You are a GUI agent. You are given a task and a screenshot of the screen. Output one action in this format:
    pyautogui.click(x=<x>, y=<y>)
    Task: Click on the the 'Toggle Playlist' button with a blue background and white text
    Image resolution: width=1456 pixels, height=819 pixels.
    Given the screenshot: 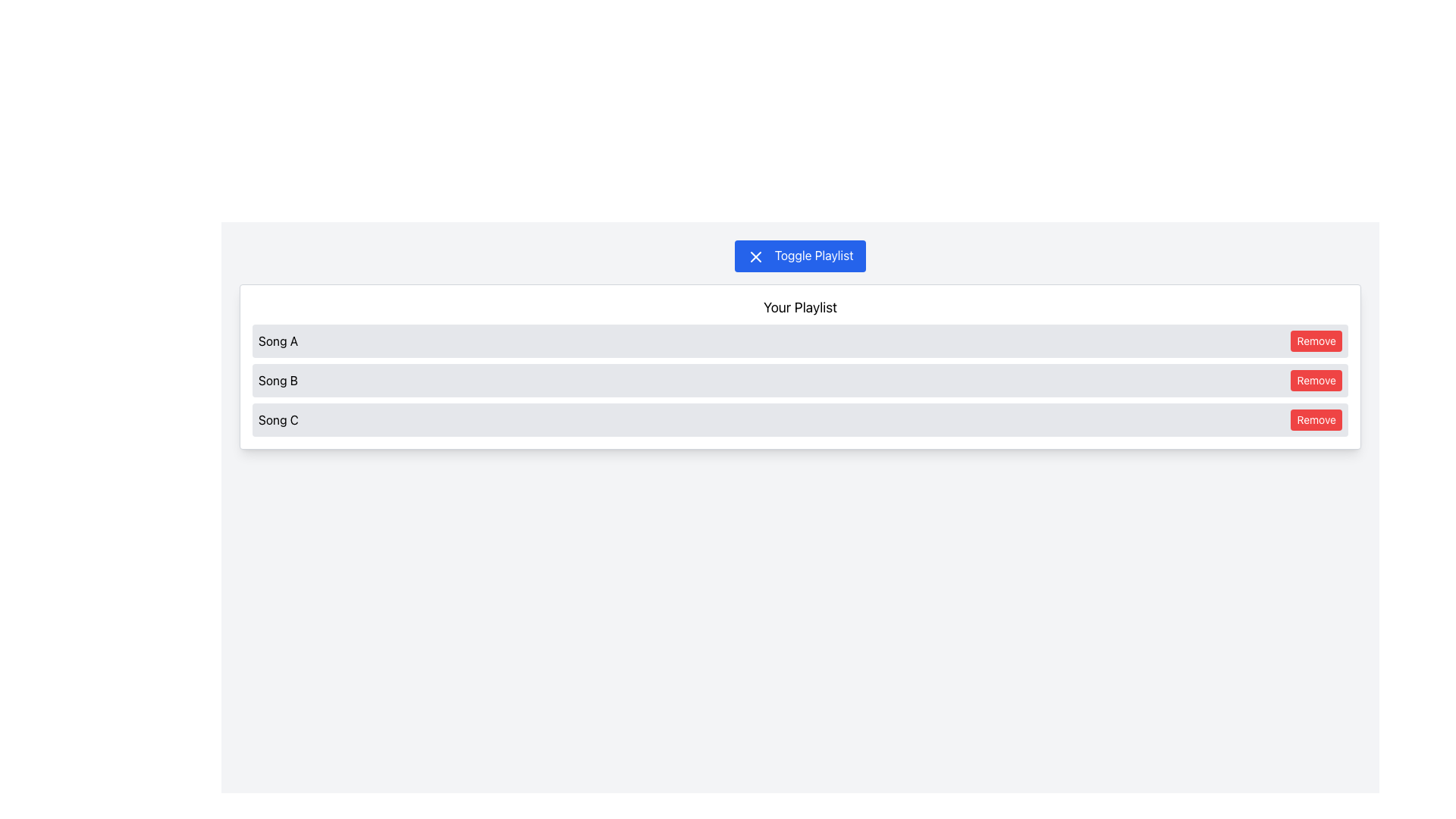 What is the action you would take?
    pyautogui.click(x=799, y=255)
    